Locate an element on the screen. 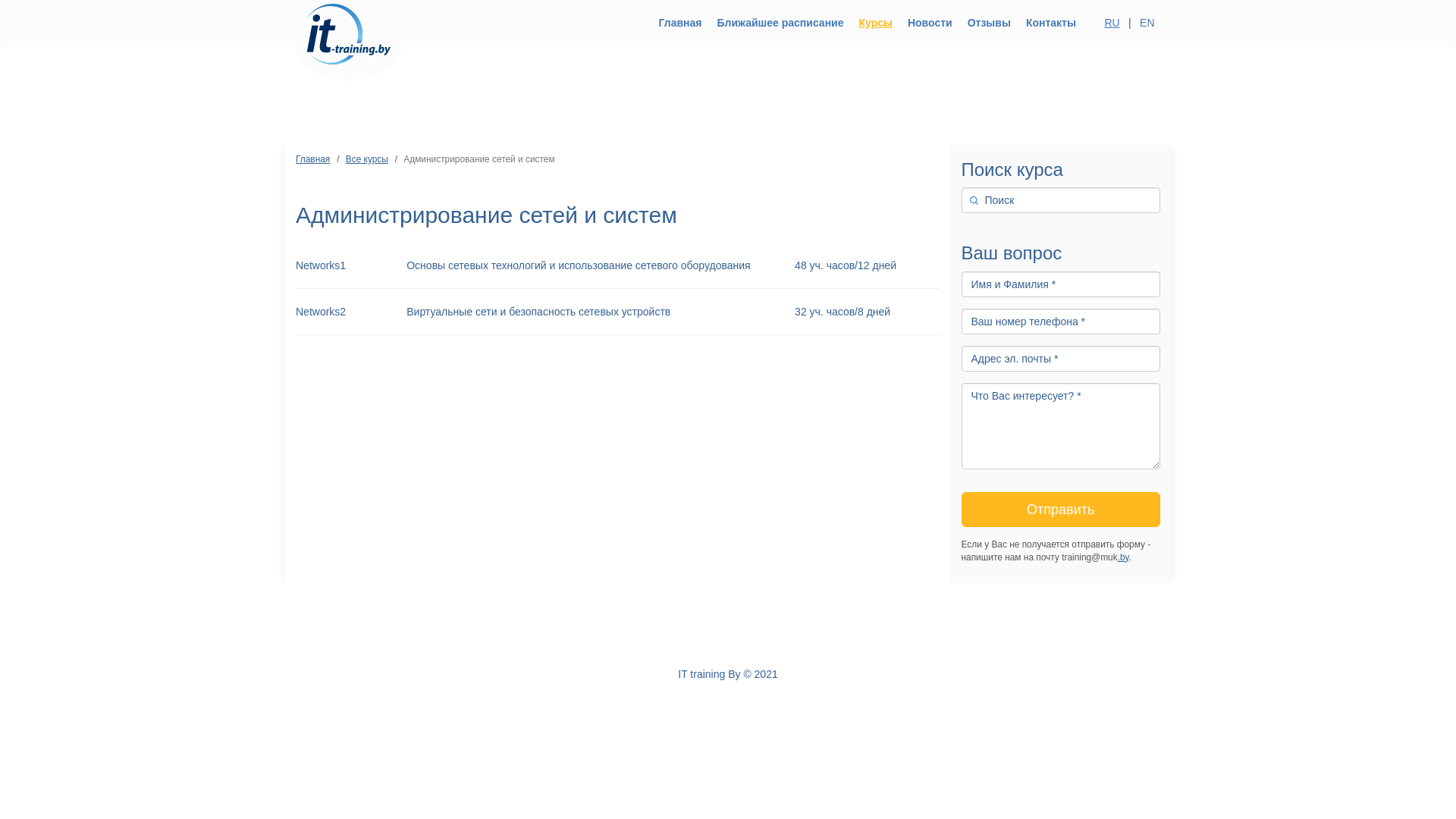 This screenshot has width=1456, height=819. 'EN' is located at coordinates (1147, 23).